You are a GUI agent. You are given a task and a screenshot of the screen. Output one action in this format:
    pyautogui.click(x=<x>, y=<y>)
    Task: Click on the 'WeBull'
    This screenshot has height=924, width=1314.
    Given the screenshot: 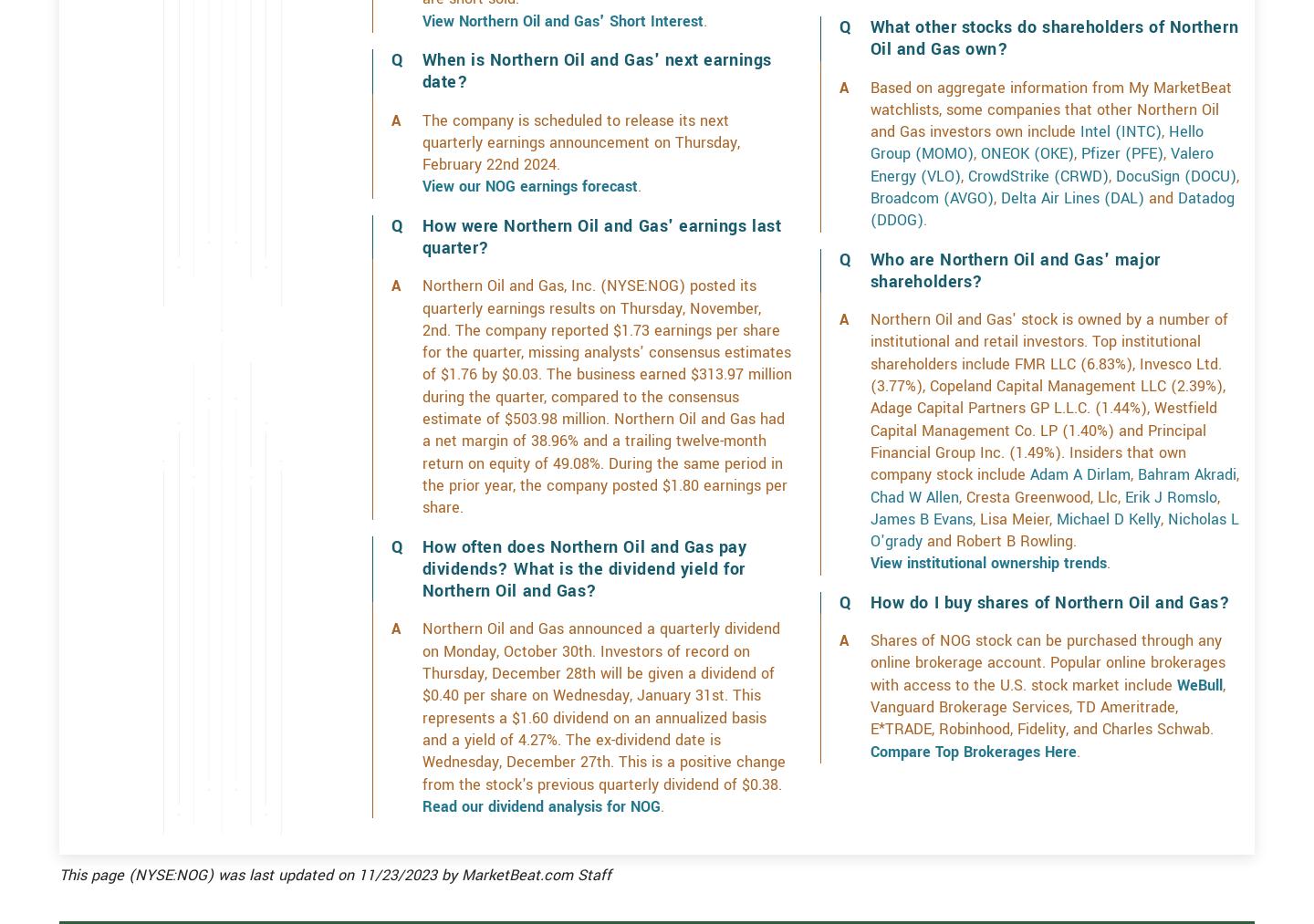 What is the action you would take?
    pyautogui.click(x=1199, y=749)
    